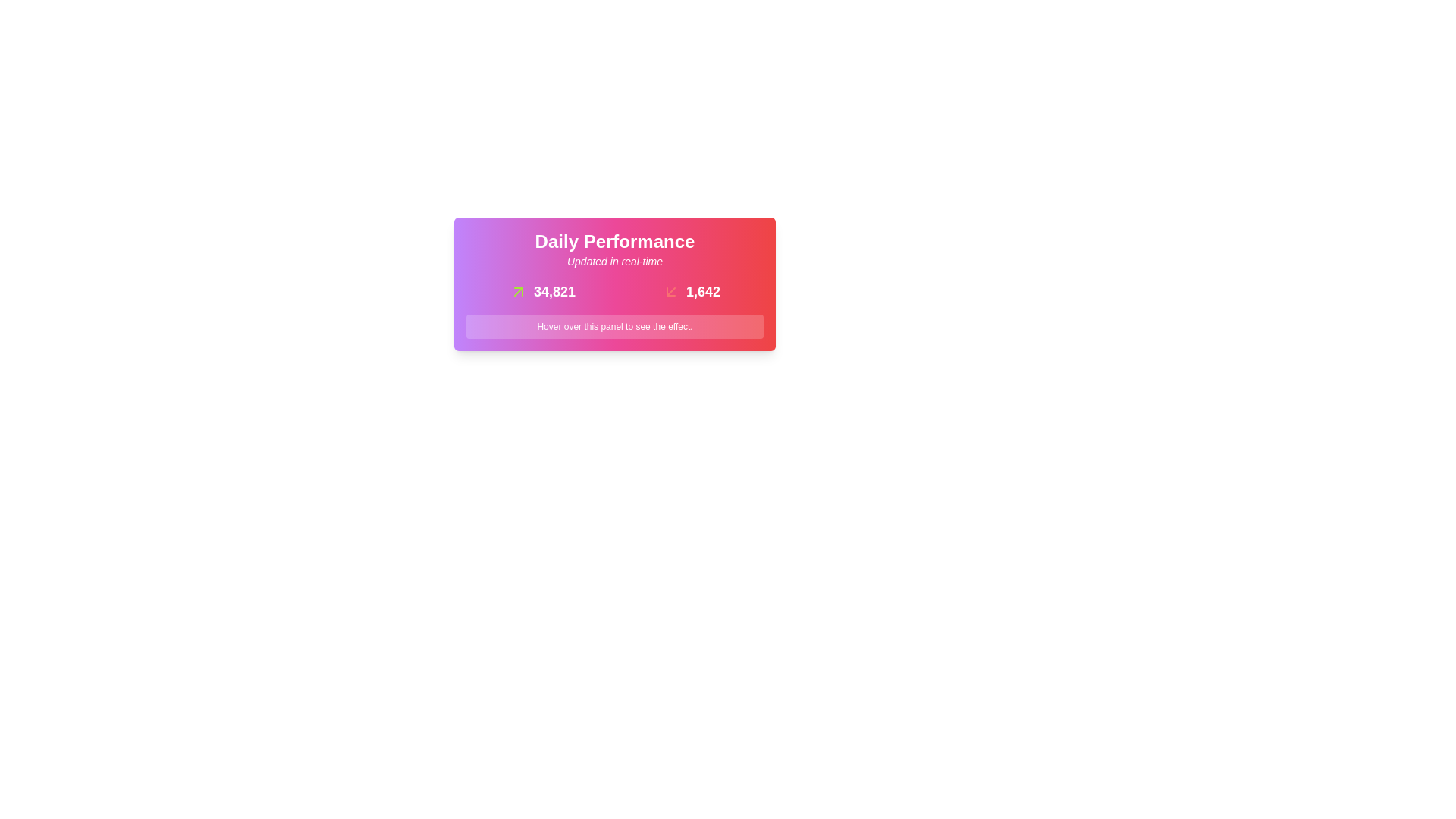 This screenshot has height=819, width=1456. Describe the element at coordinates (518, 292) in the screenshot. I see `the upward trend icon located` at that location.